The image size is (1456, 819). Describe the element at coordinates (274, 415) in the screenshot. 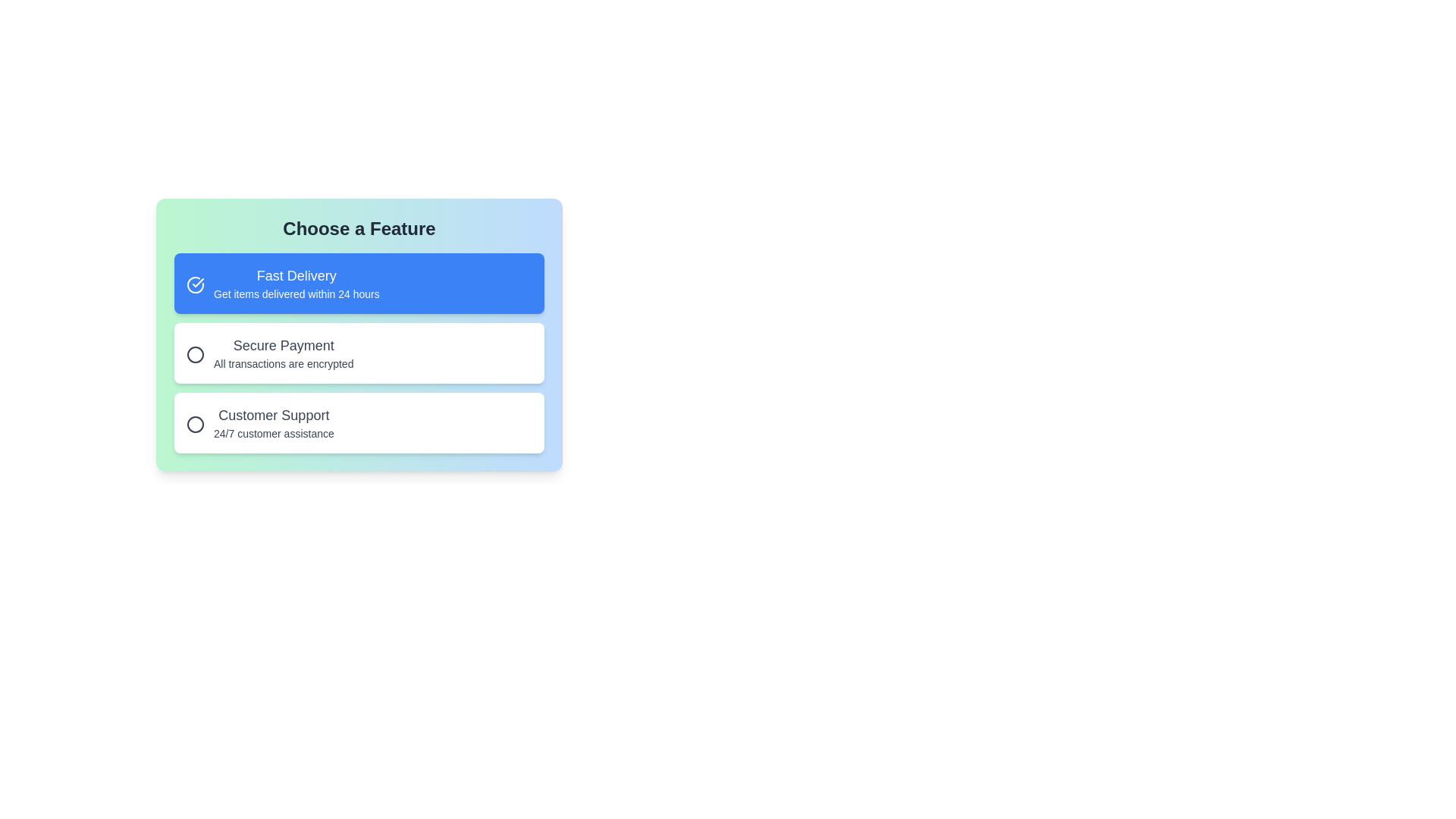

I see `the 'Customer Support' static text label located at the top of the third feature option card, which identifies the customer assistance feature` at that location.